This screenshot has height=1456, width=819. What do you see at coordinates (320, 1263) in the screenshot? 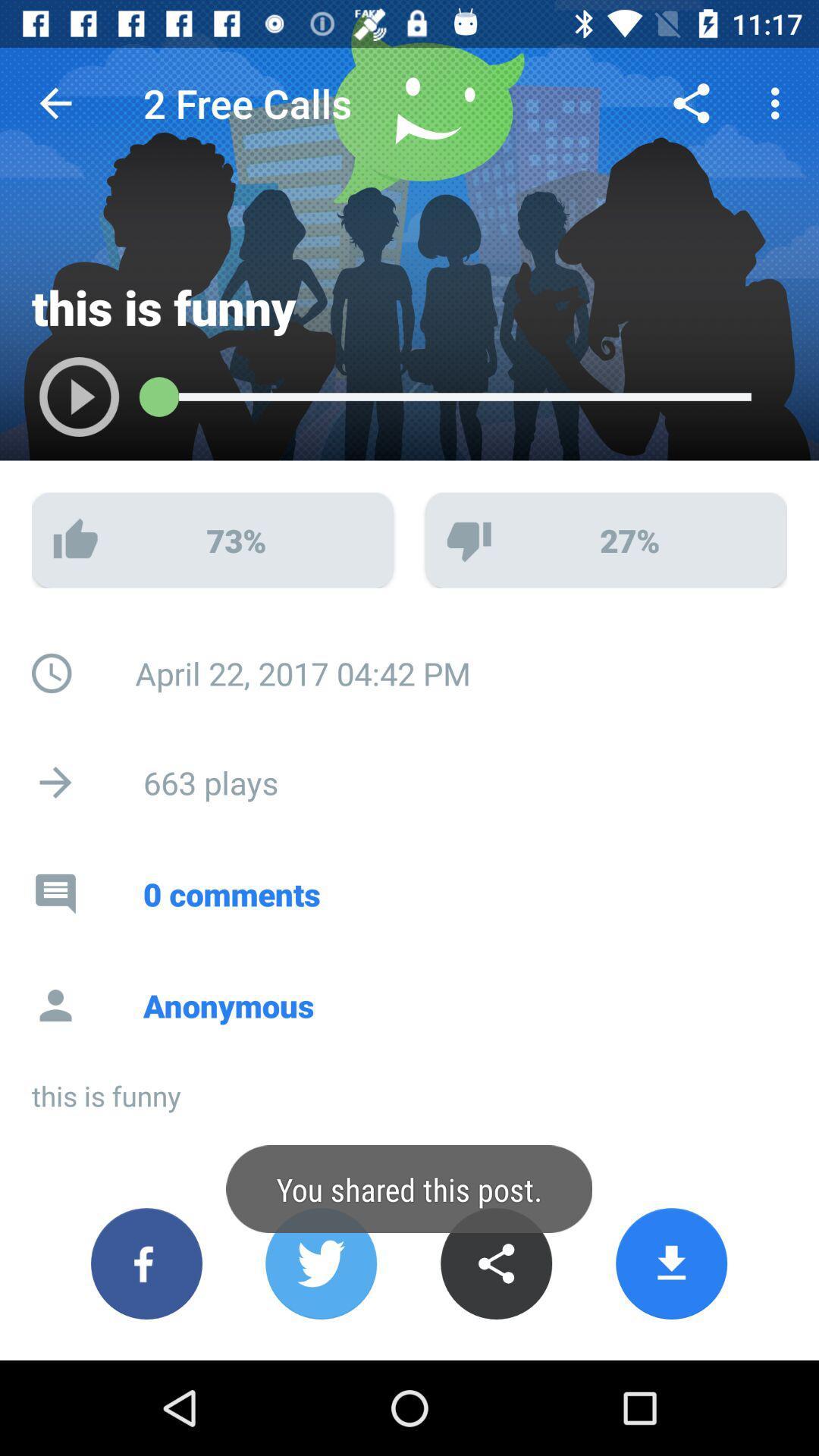
I see `twitter option` at bounding box center [320, 1263].